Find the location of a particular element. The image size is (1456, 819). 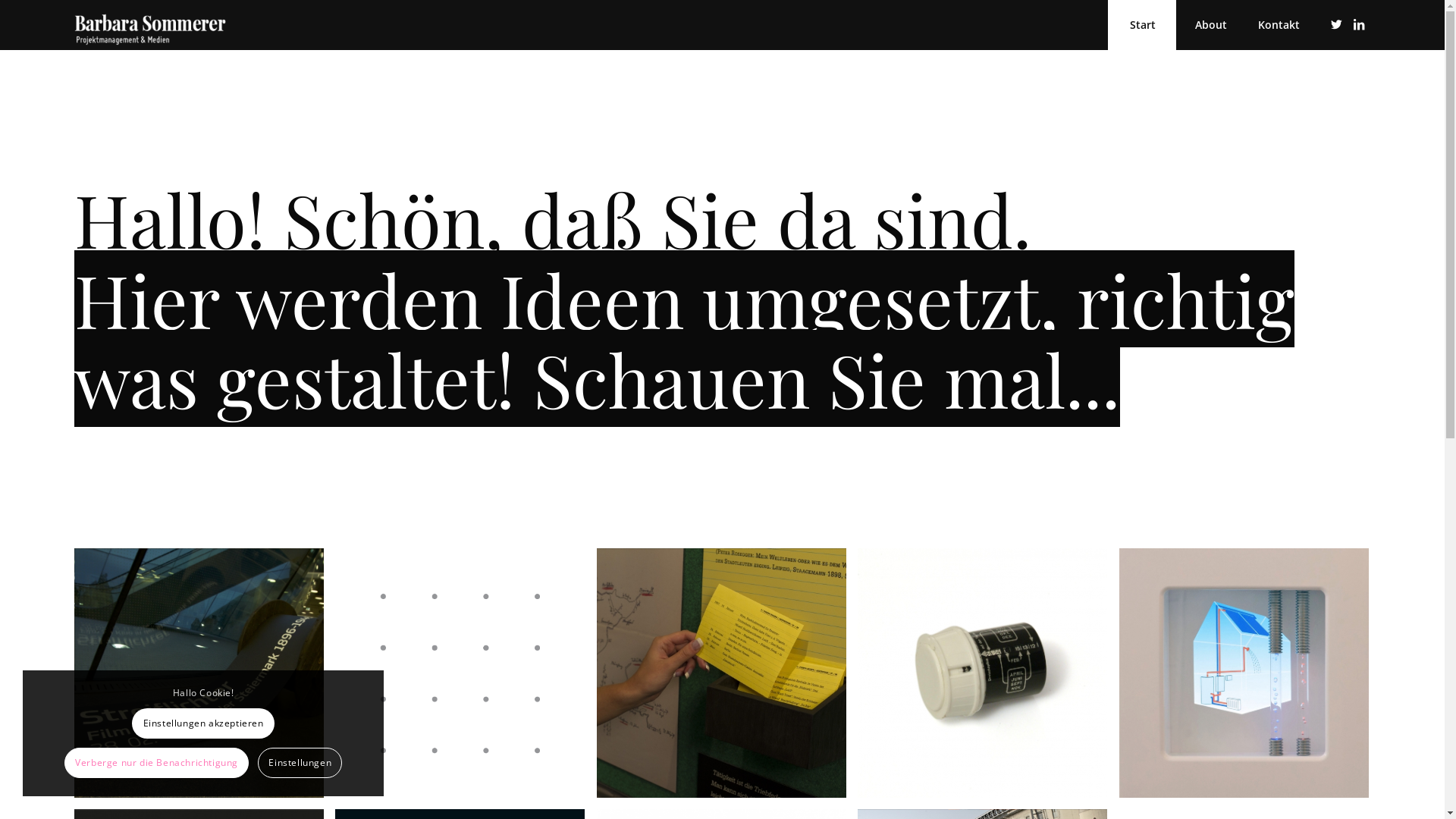

'Einstellungen' is located at coordinates (300, 763).